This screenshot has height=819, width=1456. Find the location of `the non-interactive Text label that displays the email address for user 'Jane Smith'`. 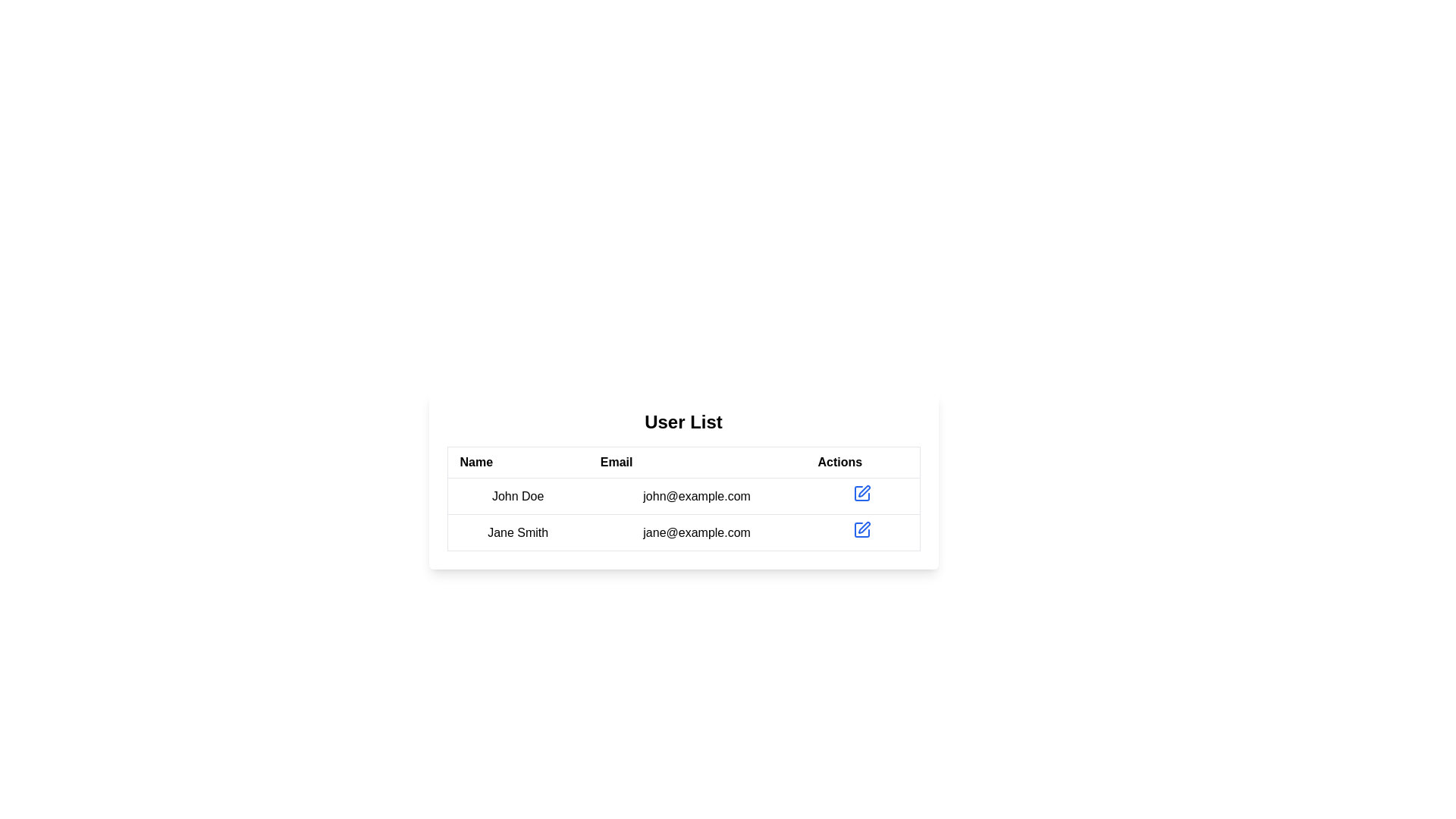

the non-interactive Text label that displays the email address for user 'Jane Smith' is located at coordinates (696, 532).